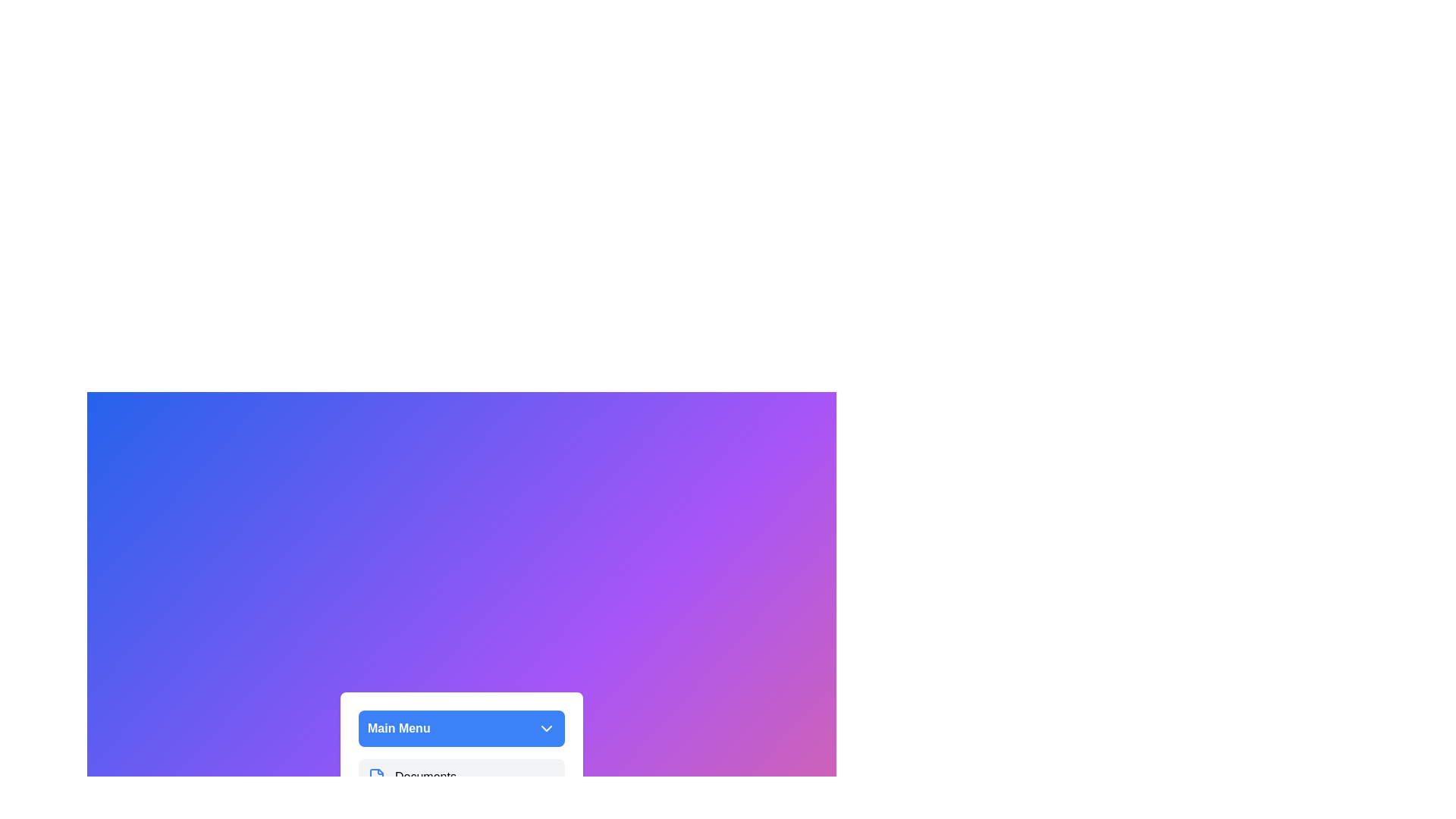  Describe the element at coordinates (461, 727) in the screenshot. I see `the 'Main Menu' button to toggle the menu visibility` at that location.